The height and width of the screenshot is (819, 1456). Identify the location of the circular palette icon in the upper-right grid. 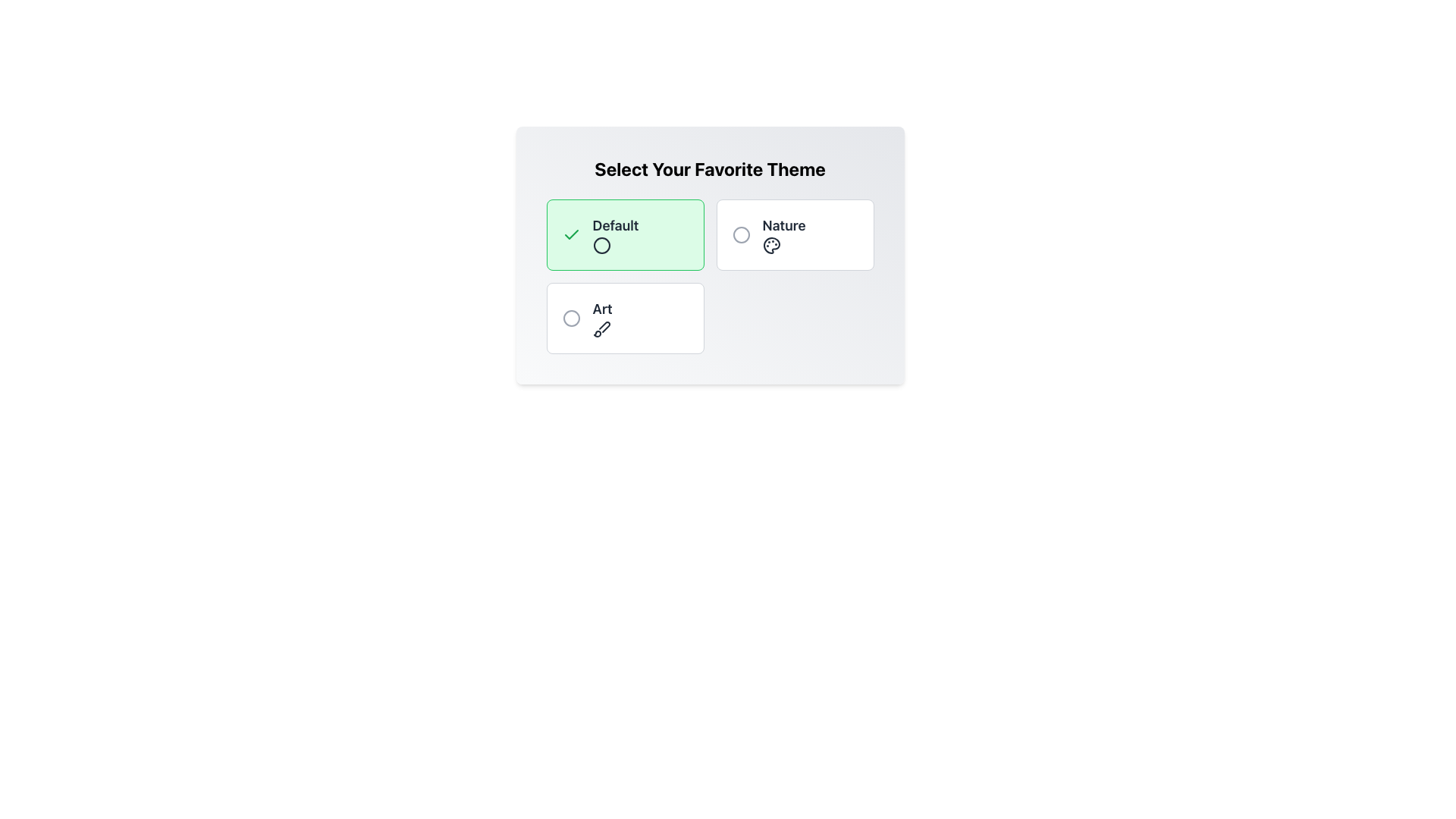
(771, 245).